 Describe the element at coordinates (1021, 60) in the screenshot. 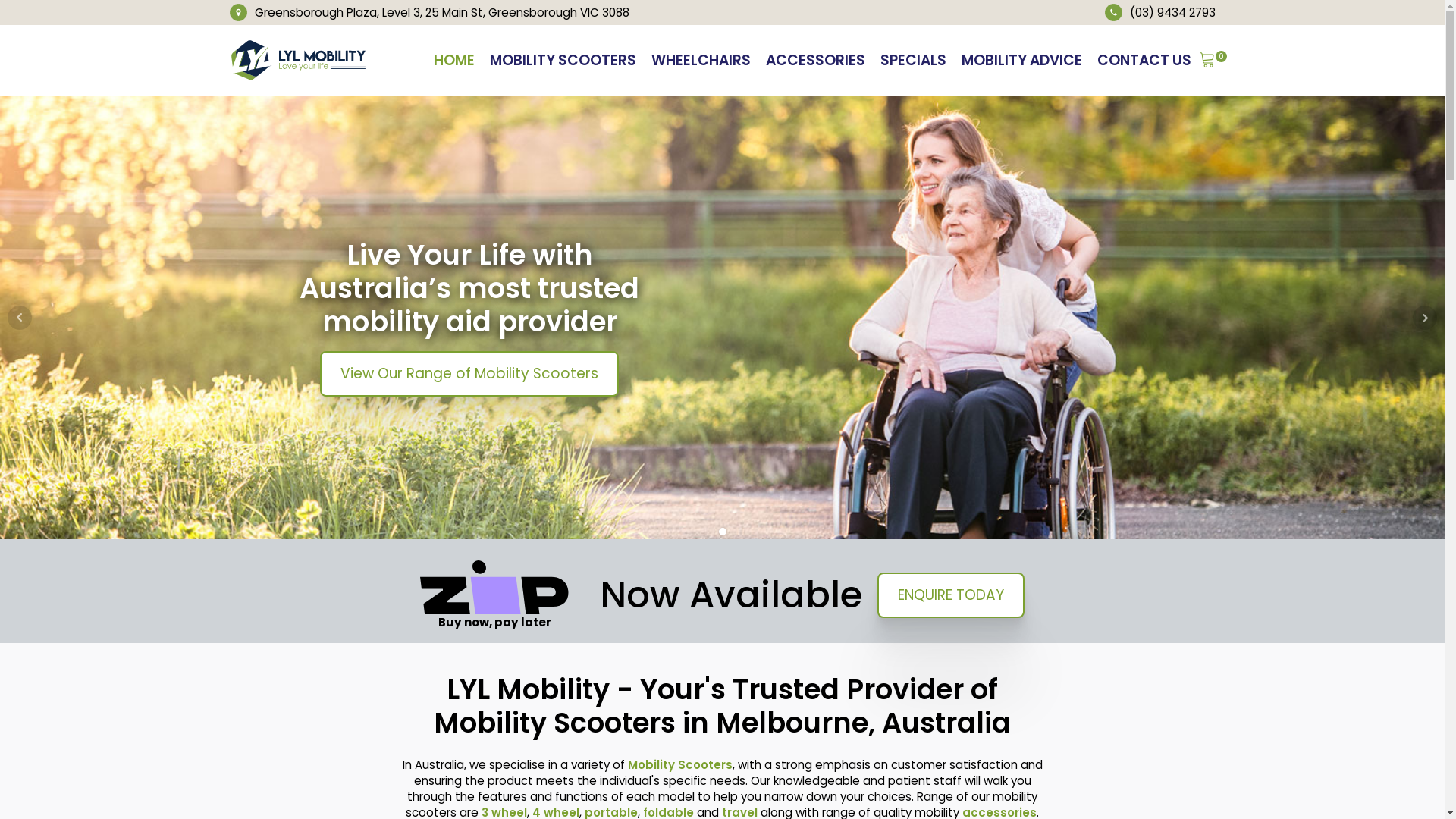

I see `'MOBILITY ADVICE'` at that location.